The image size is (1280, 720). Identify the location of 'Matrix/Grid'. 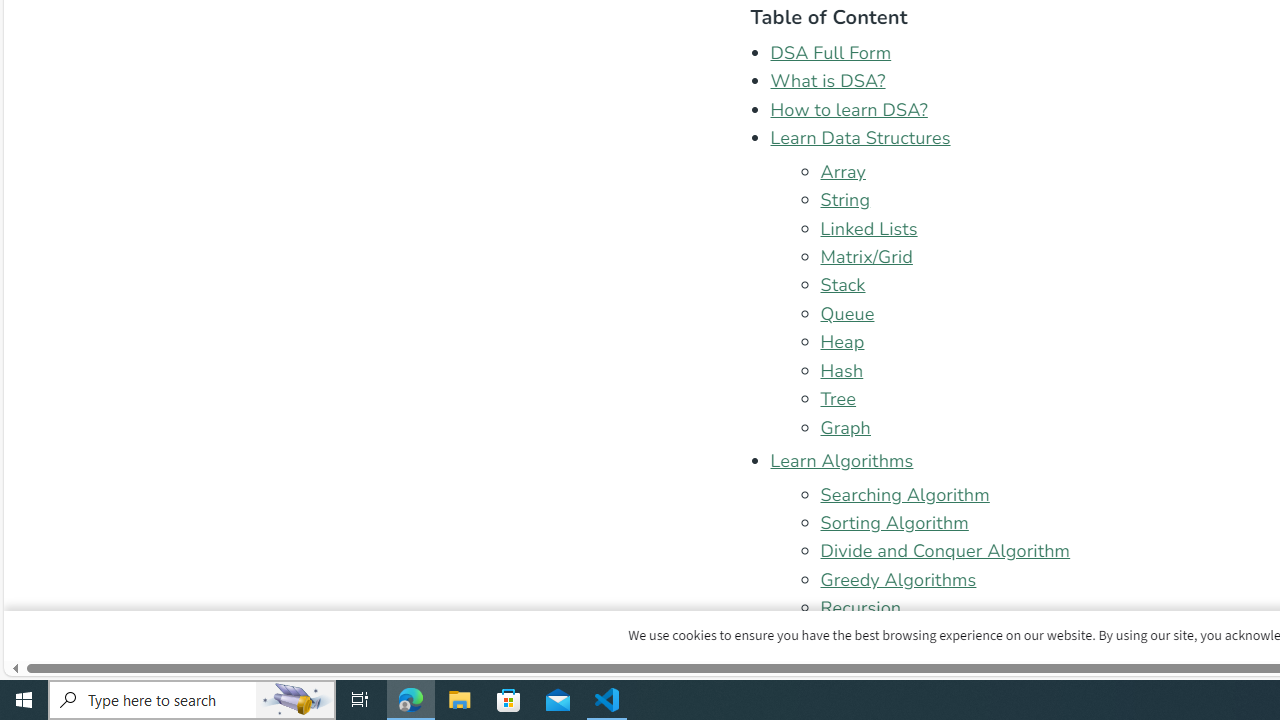
(866, 256).